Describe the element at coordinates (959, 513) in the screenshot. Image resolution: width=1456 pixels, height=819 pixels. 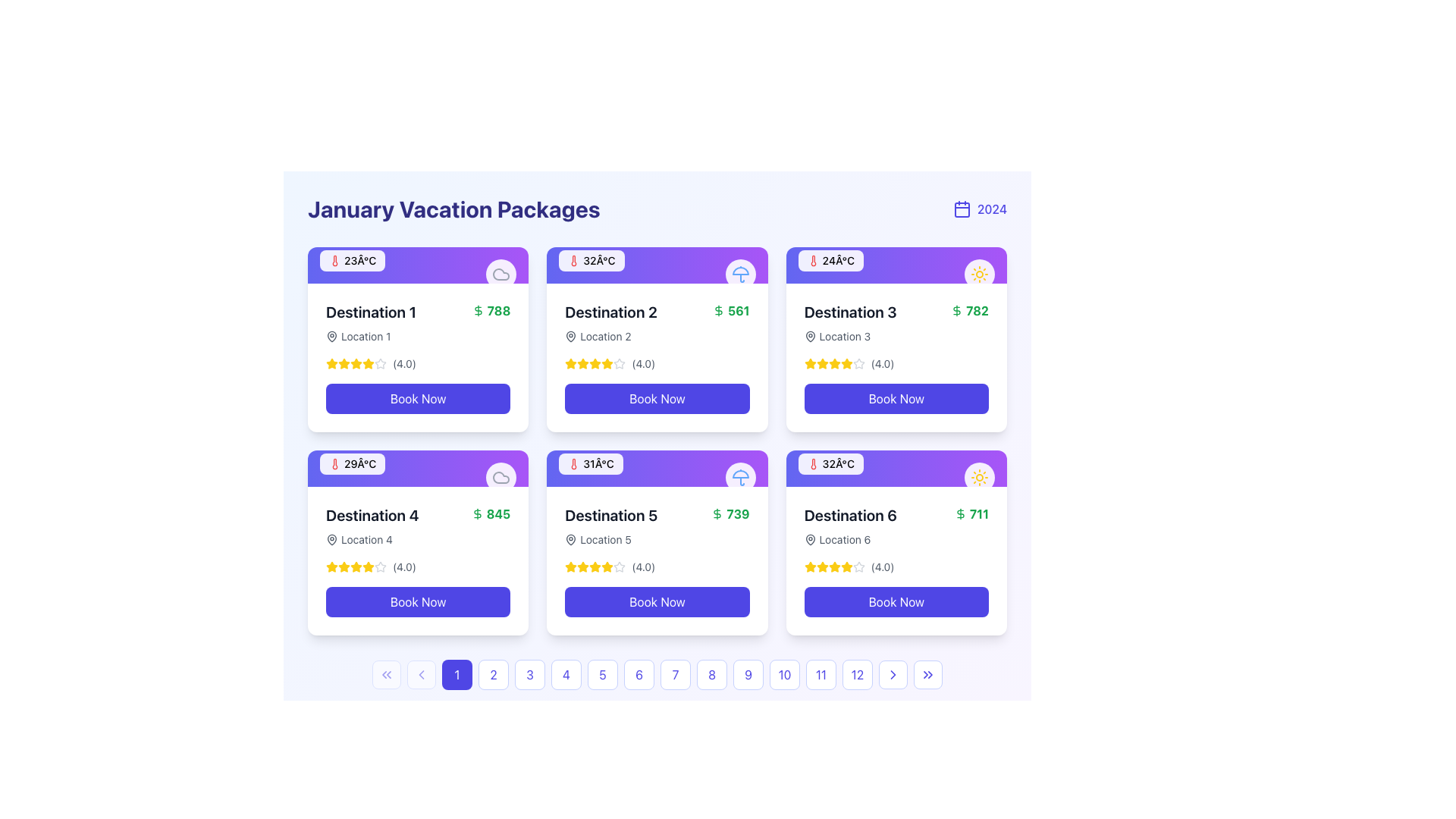
I see `the green dollar sign icon ('$') that is adjacent to the bold numeric text '711', located in the lower-right corner of the 'Destination 6' card` at that location.